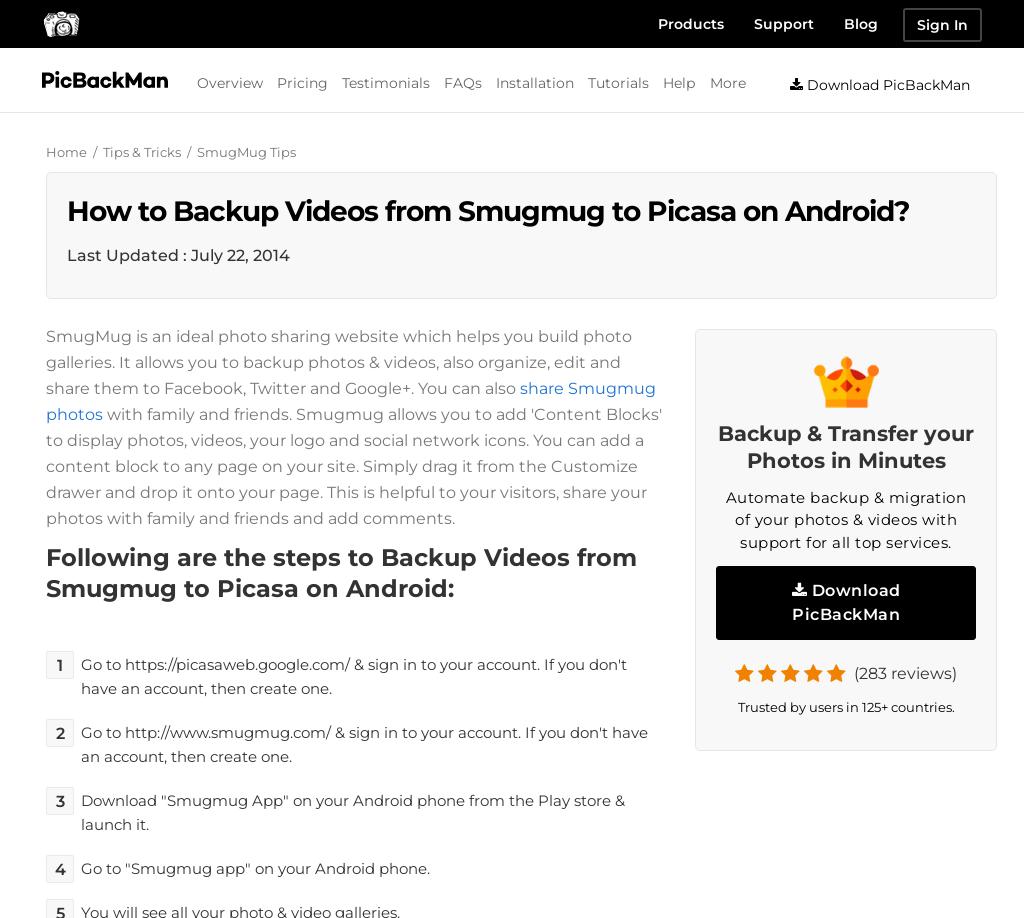 The height and width of the screenshot is (918, 1024). I want to click on 'Go to https://picasaweb.google.com/ & sign in to your account. If you don't have an account, then create one.', so click(353, 676).